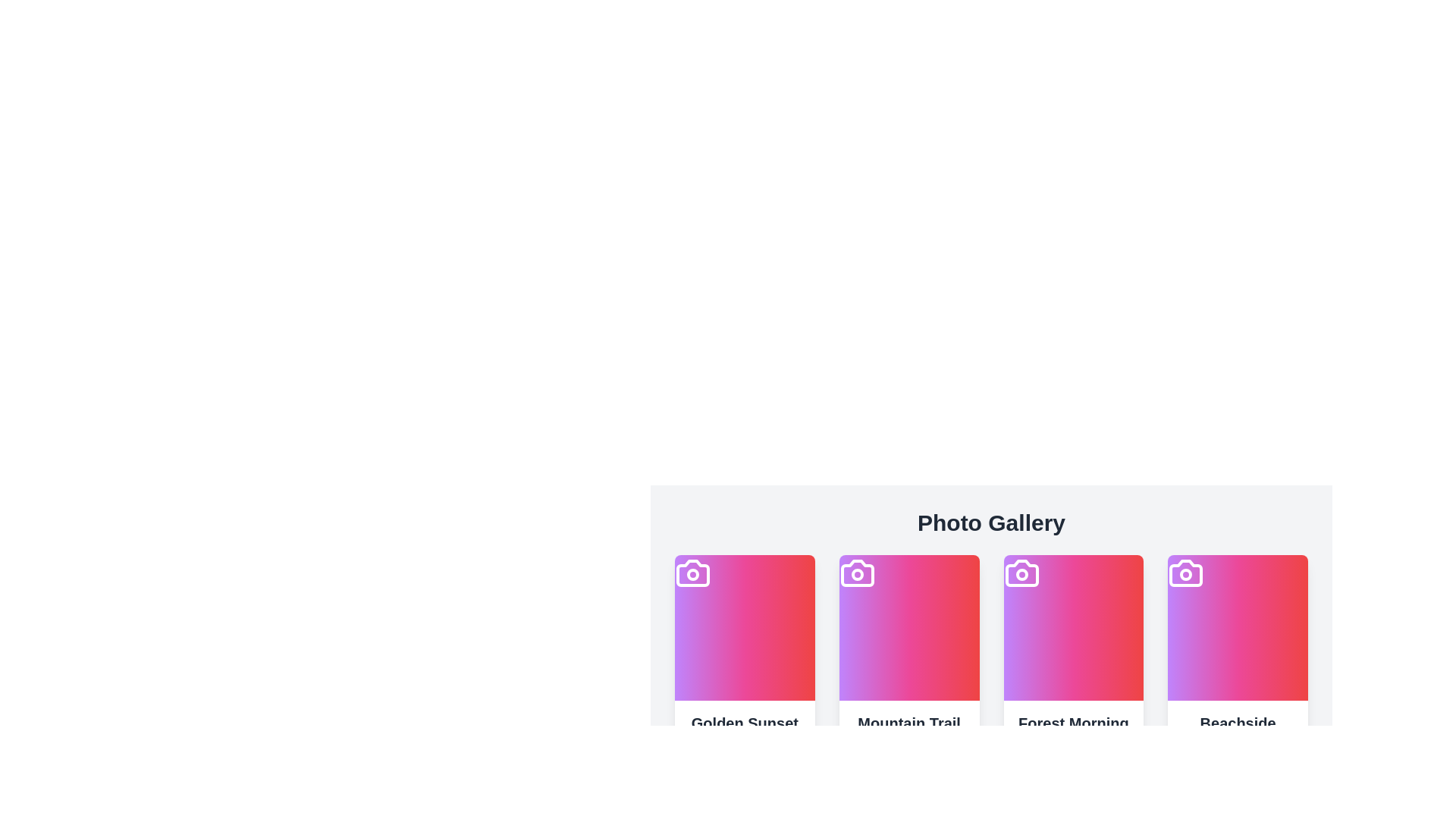 The image size is (1456, 819). What do you see at coordinates (1021, 575) in the screenshot?
I see `the lens icon of the camera, which is a smaller circle located near the center of the camera icon at the top-left corner of the third card in a horizontal gallery of four cards` at bounding box center [1021, 575].